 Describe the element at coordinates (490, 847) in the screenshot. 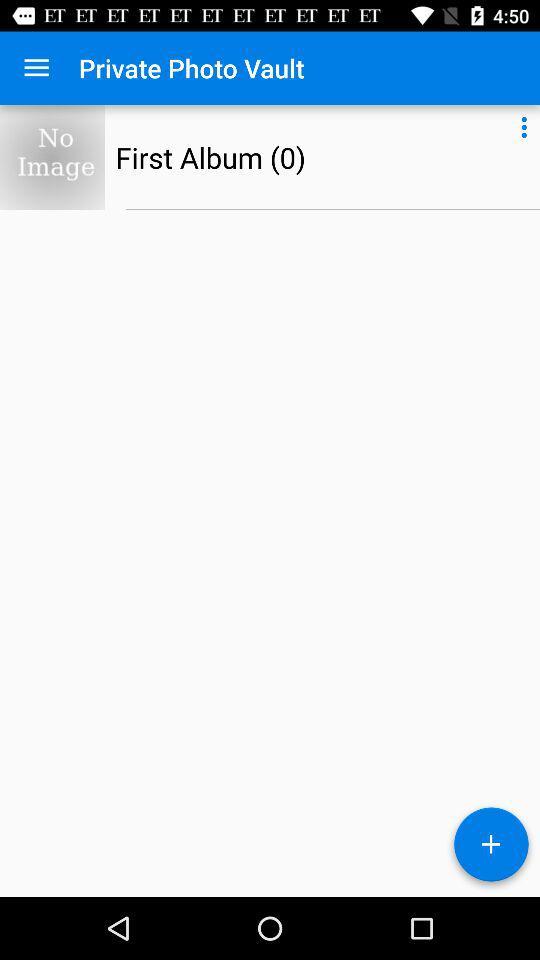

I see `go the add` at that location.